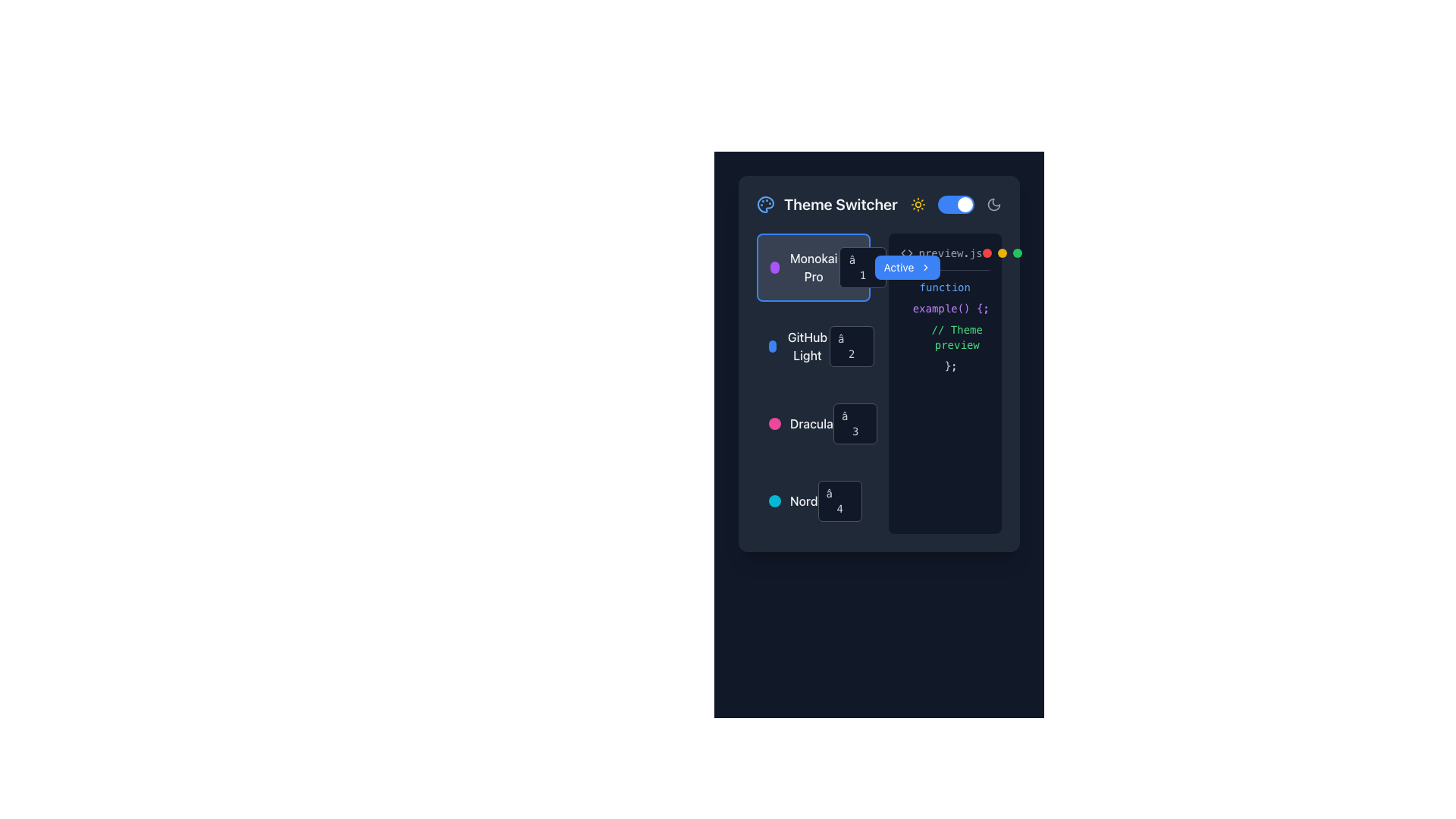 This screenshot has width=1456, height=819. I want to click on the fourth selectable list item labeled 'Nord' in the 'Theme Switcher' section, so click(812, 500).